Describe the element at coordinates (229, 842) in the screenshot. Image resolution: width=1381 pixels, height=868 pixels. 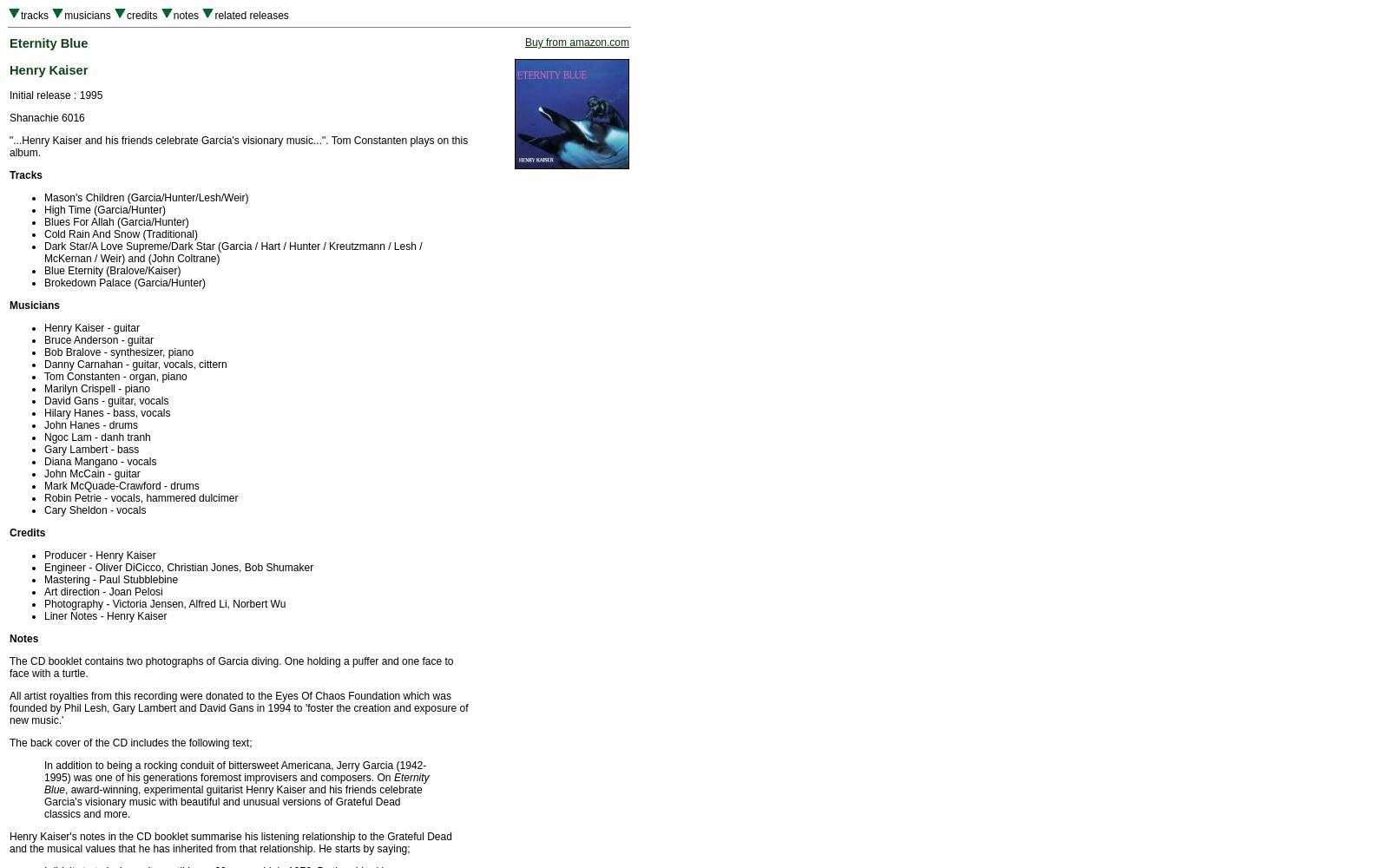
I see `'Henry Kaiser's notes in the CD booklet summarise his listening relationship to the Grateful Dead and the musical values that he has inherited from that relationship. He starts by saying;'` at that location.